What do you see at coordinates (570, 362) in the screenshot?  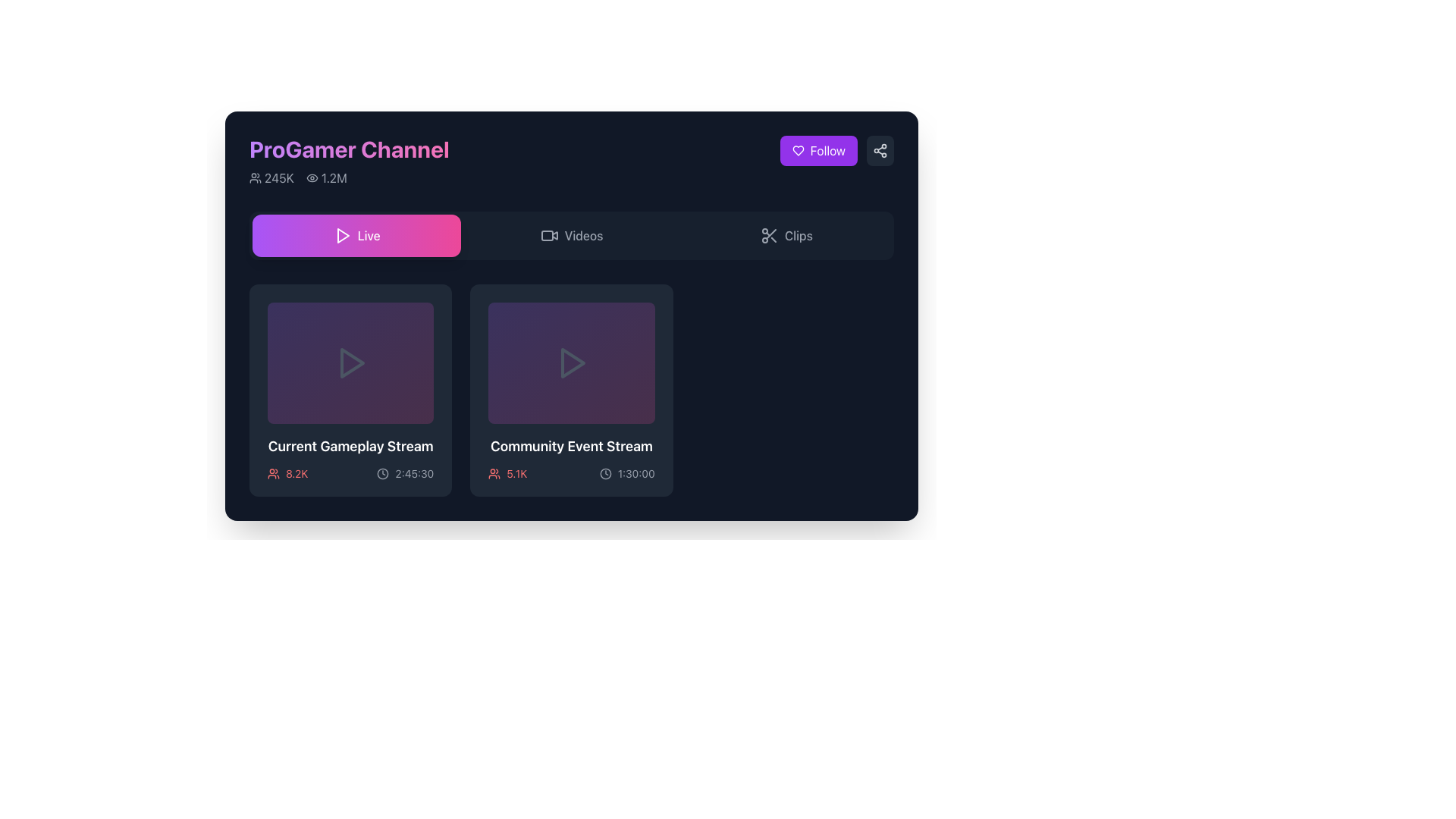 I see `the play button icon located in the second card of the horizontal video list` at bounding box center [570, 362].